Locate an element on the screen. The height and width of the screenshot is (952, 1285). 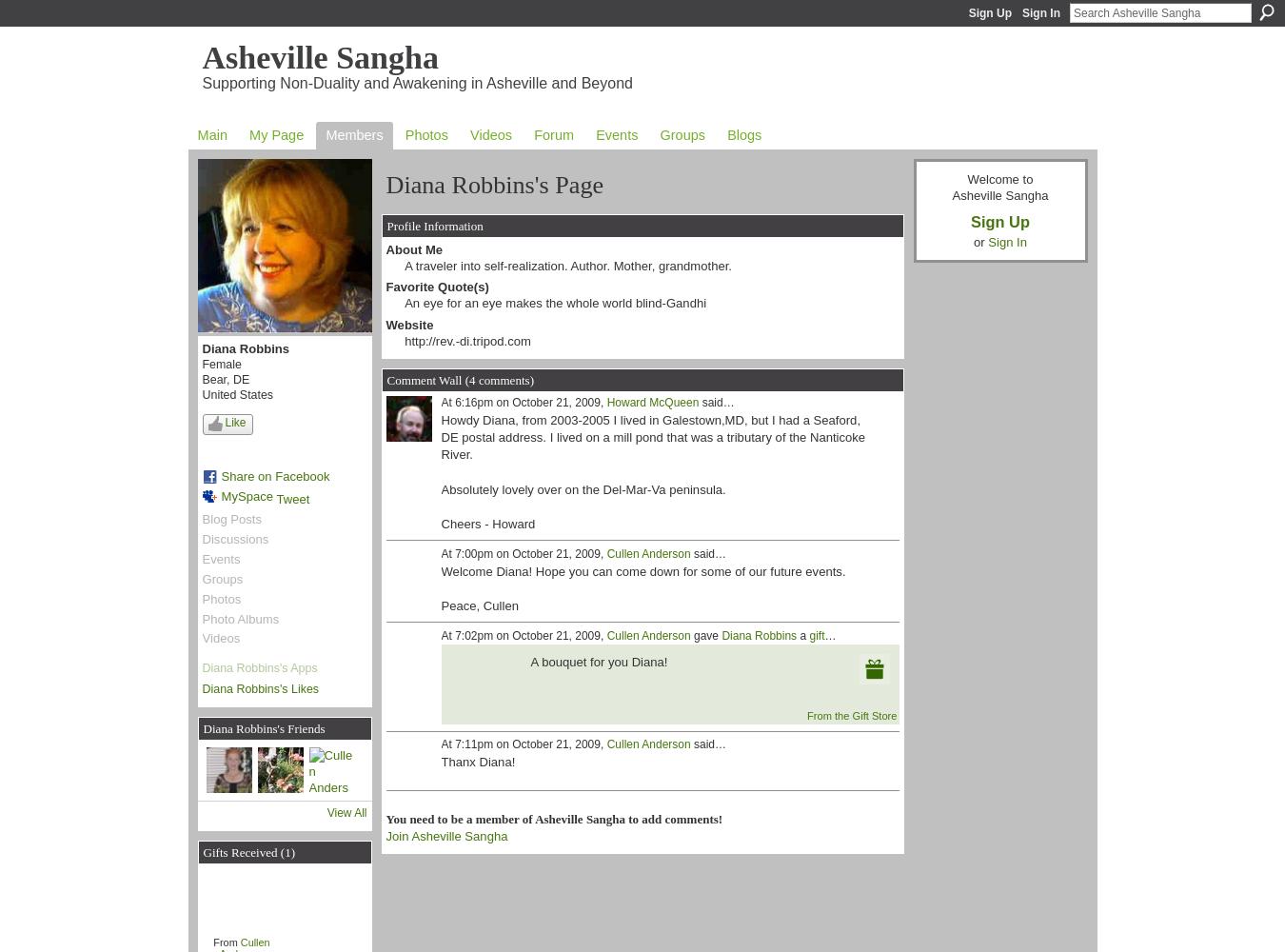
'Howdy Diana, from 2003-2005 I lived in Galestown,MD, but I had a Seaford, DE postal address. I lived on a mill pond that was a tributary of the Nanticoke River.' is located at coordinates (651, 436).